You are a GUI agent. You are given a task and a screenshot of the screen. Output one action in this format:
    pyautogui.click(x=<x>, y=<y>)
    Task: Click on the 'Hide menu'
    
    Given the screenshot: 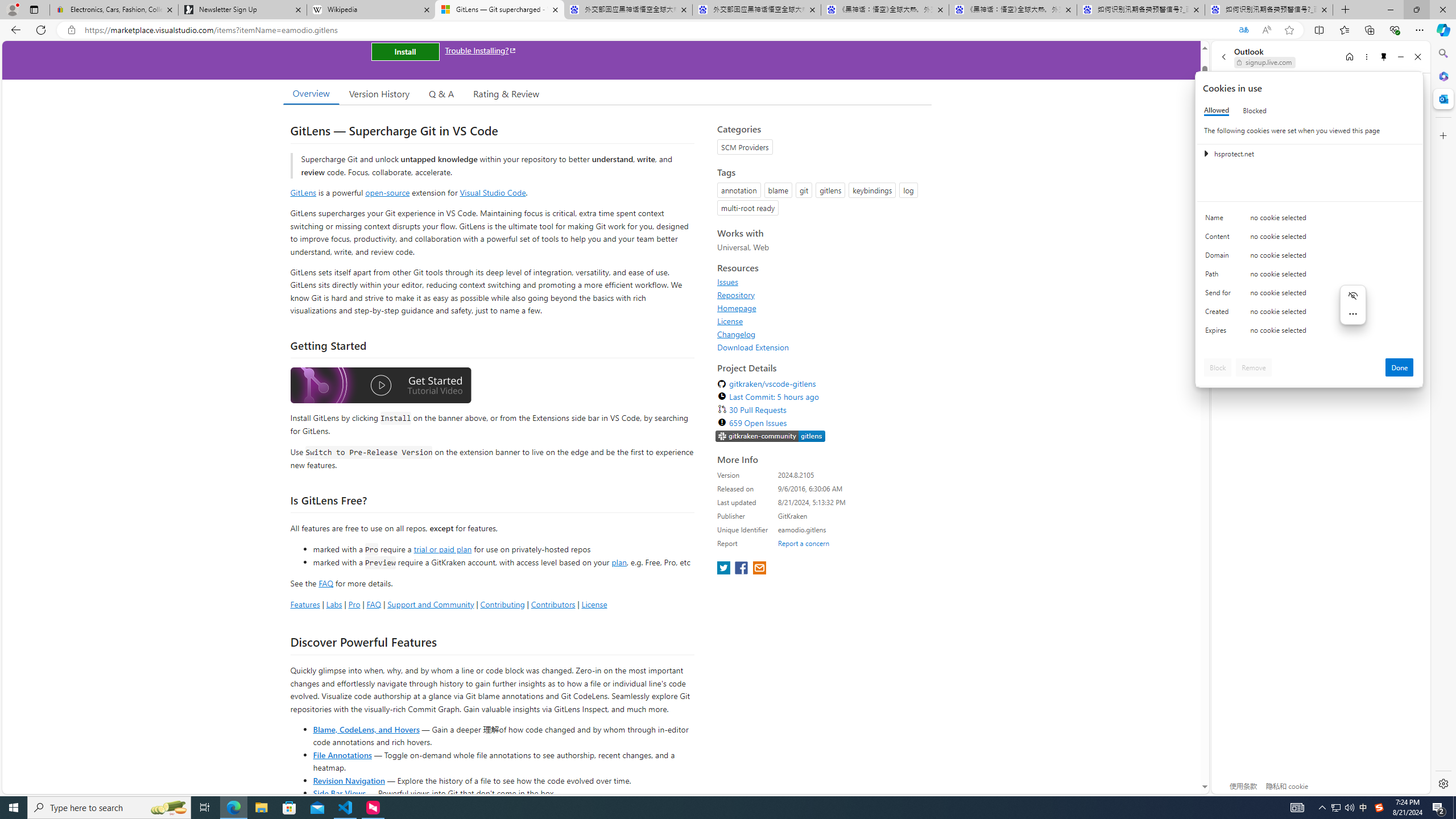 What is the action you would take?
    pyautogui.click(x=1352, y=295)
    